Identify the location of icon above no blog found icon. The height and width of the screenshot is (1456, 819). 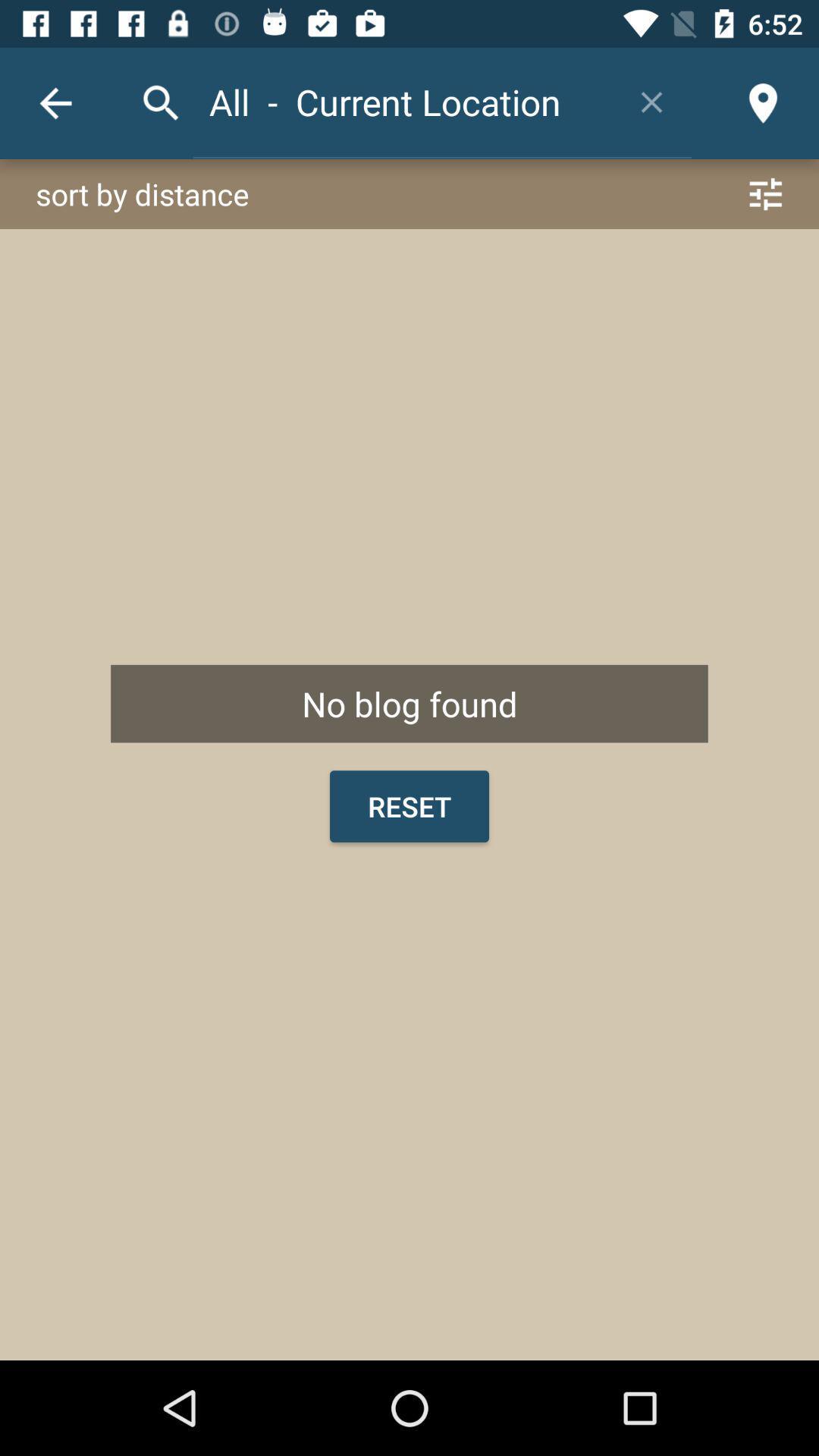
(409, 193).